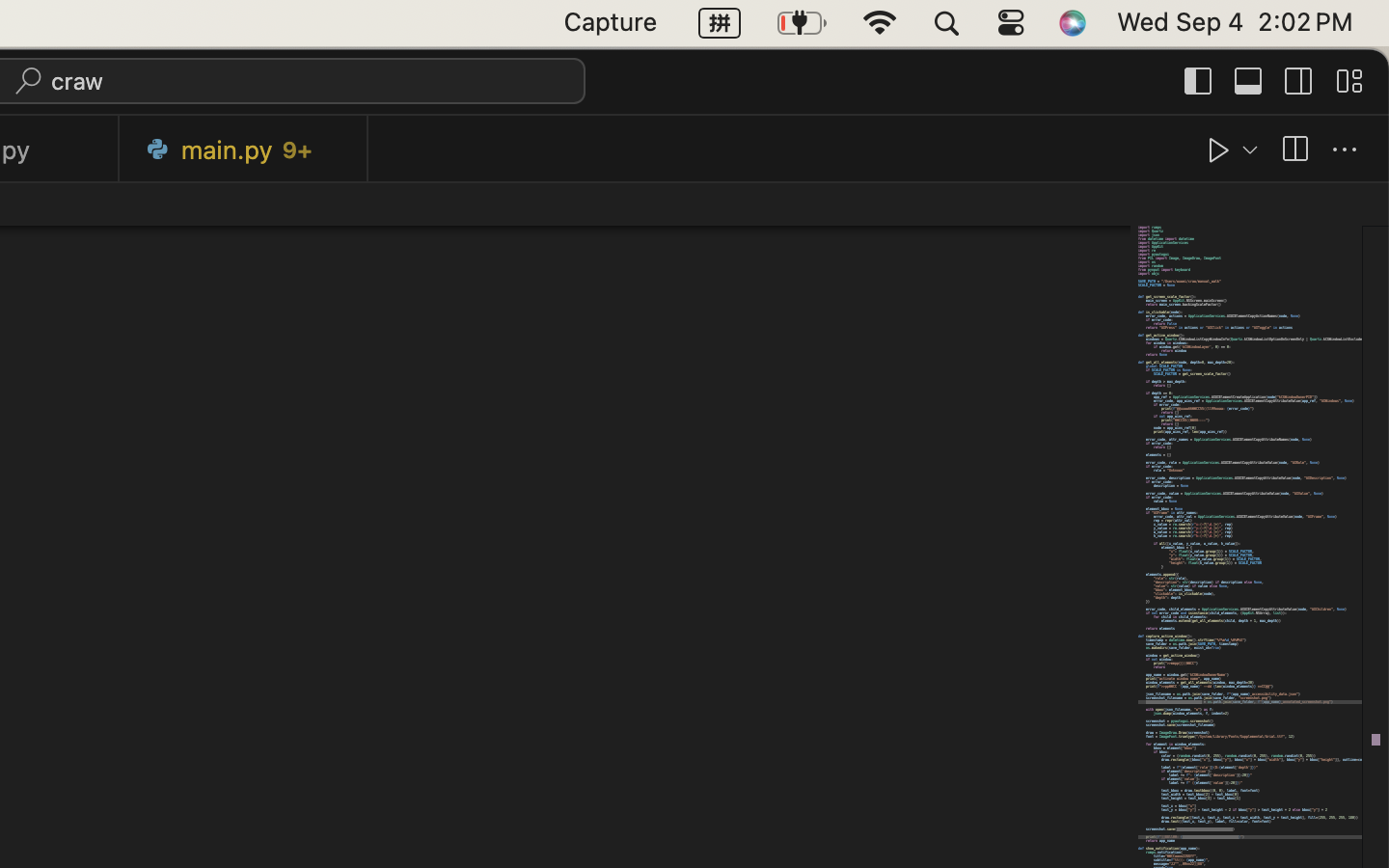 Image resolution: width=1389 pixels, height=868 pixels. I want to click on '', so click(1198, 79).